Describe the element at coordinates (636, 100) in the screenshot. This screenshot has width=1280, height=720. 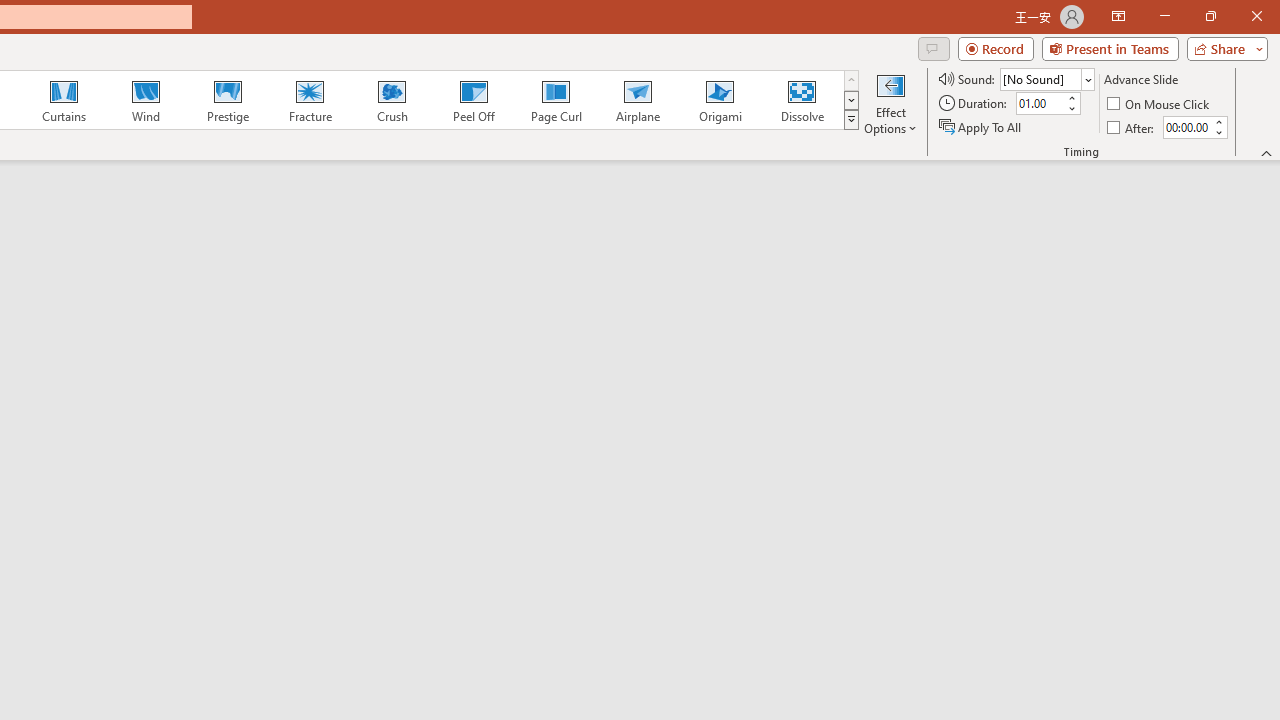
I see `'Airplane'` at that location.